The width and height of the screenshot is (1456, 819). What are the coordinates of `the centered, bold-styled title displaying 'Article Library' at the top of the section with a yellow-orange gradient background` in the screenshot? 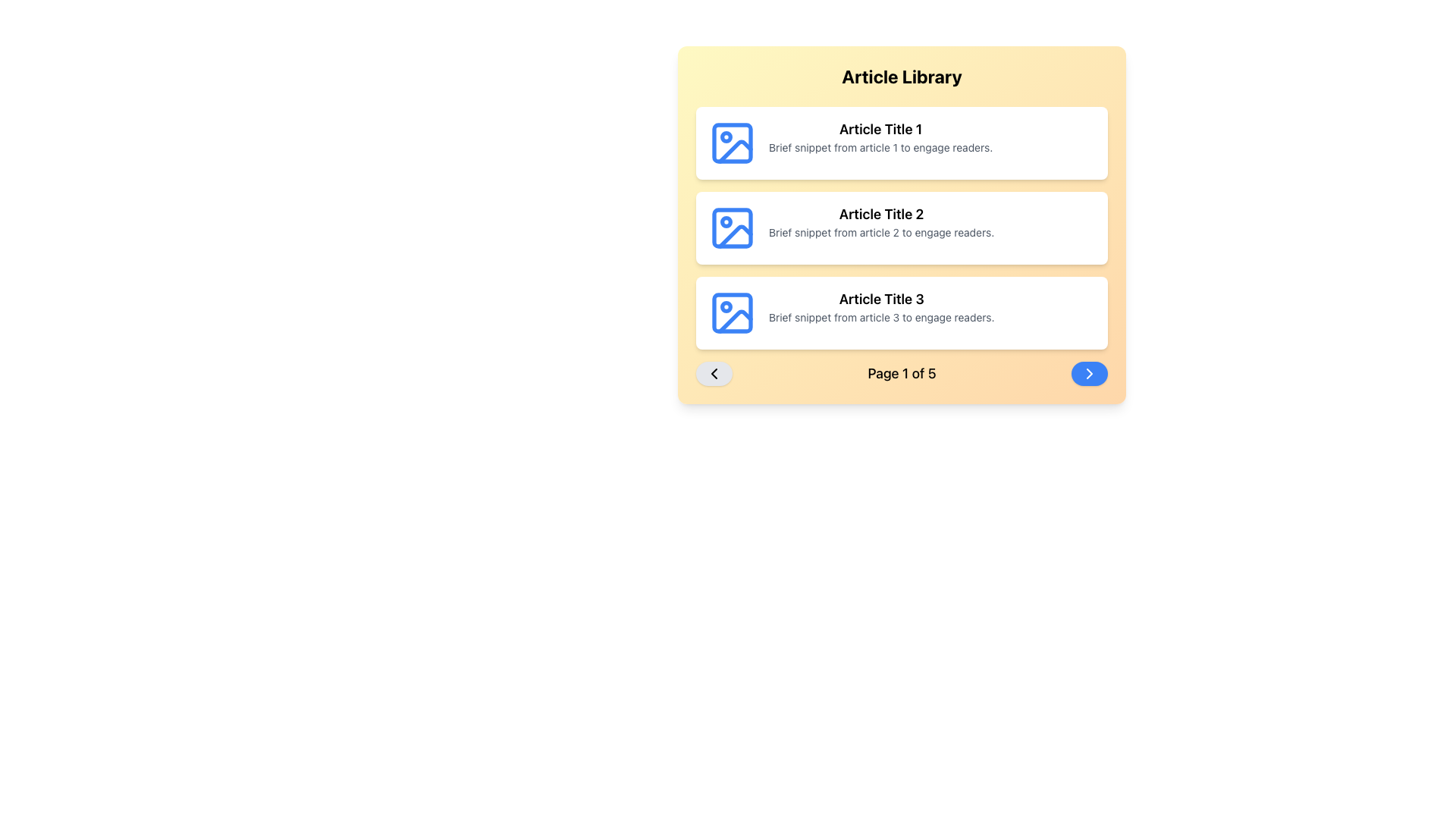 It's located at (902, 76).